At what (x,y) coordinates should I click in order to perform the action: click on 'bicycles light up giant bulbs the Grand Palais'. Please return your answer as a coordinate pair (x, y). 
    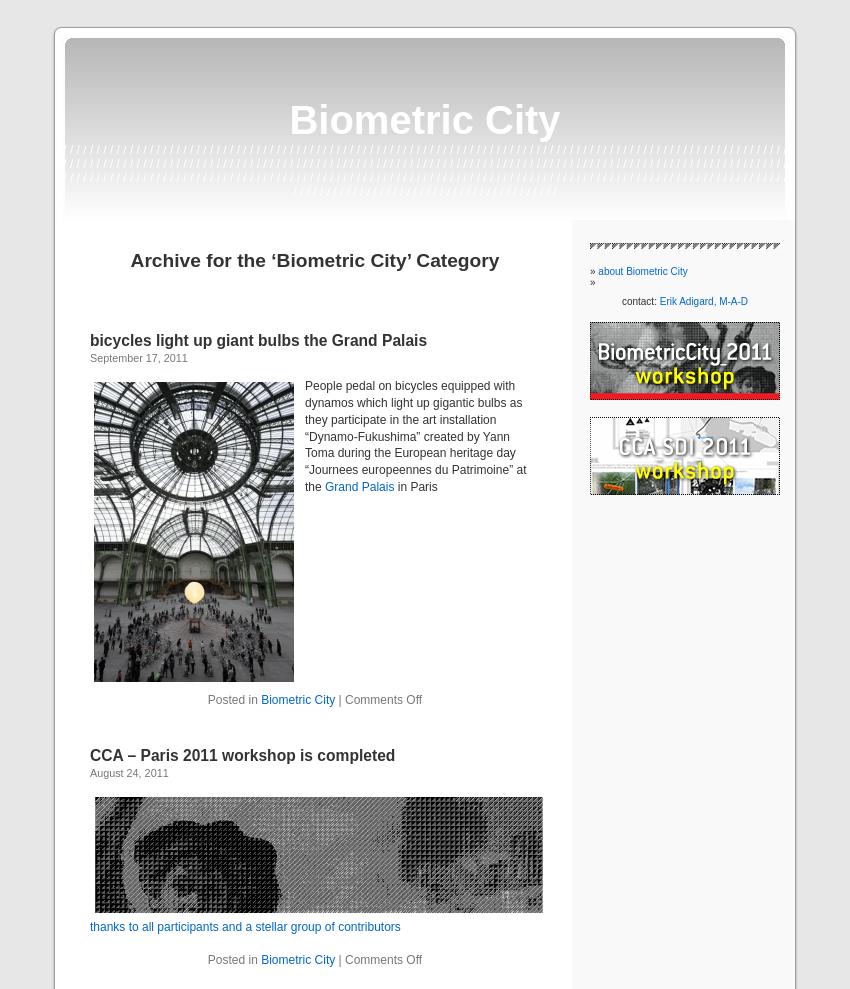
    Looking at the image, I should click on (257, 339).